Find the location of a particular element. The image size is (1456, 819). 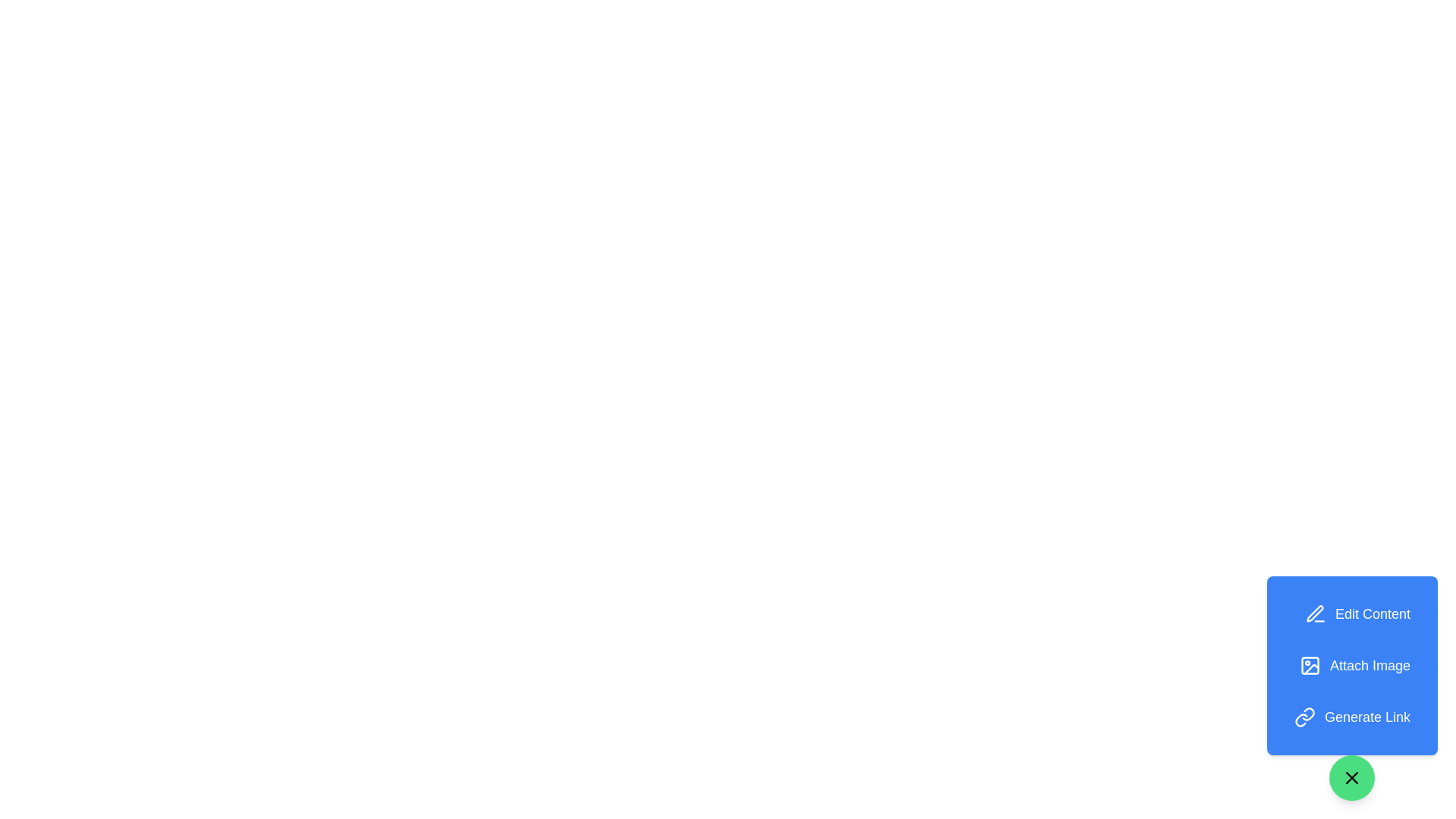

the 'Generate Link' button to trigger the associated action is located at coordinates (1352, 717).